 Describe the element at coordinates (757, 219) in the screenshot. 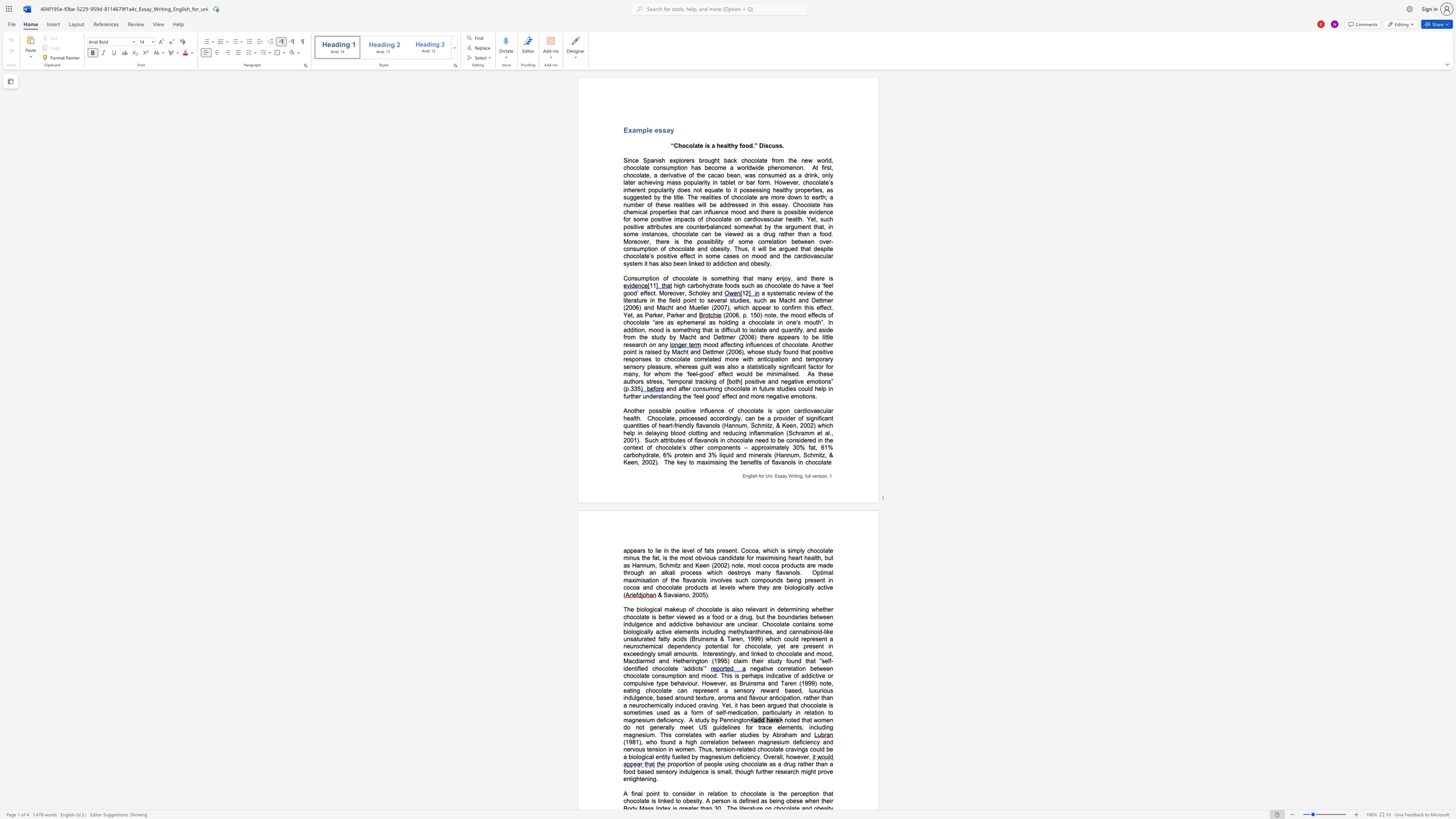

I see `the subset text "ovascular he" within the text "for some positive impacts of chocolate on cardiovascular health. Yet, such positive attributes are counterbalanced"` at that location.